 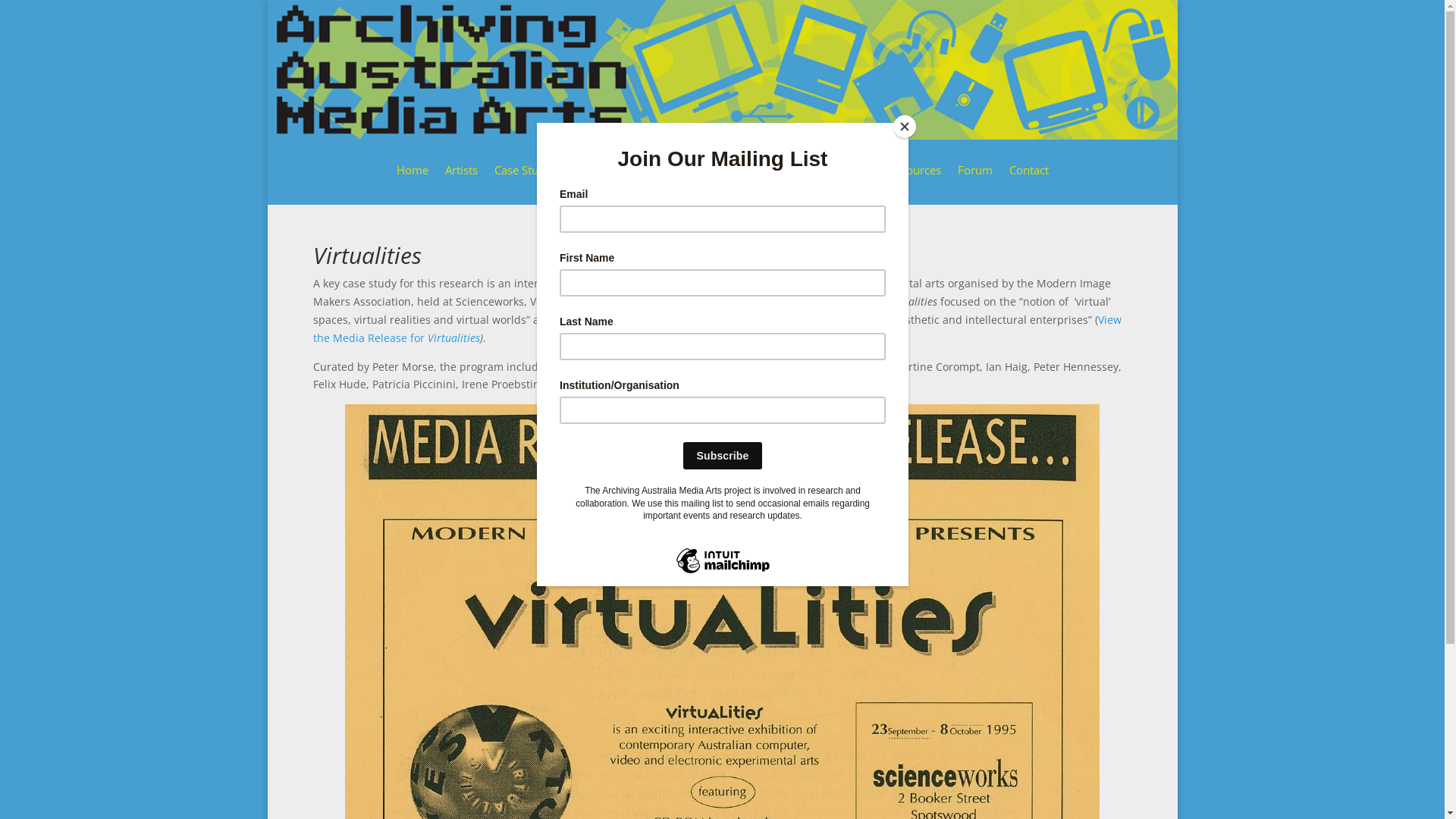 What do you see at coordinates (691, 180) in the screenshot?
I see `'Database'` at bounding box center [691, 180].